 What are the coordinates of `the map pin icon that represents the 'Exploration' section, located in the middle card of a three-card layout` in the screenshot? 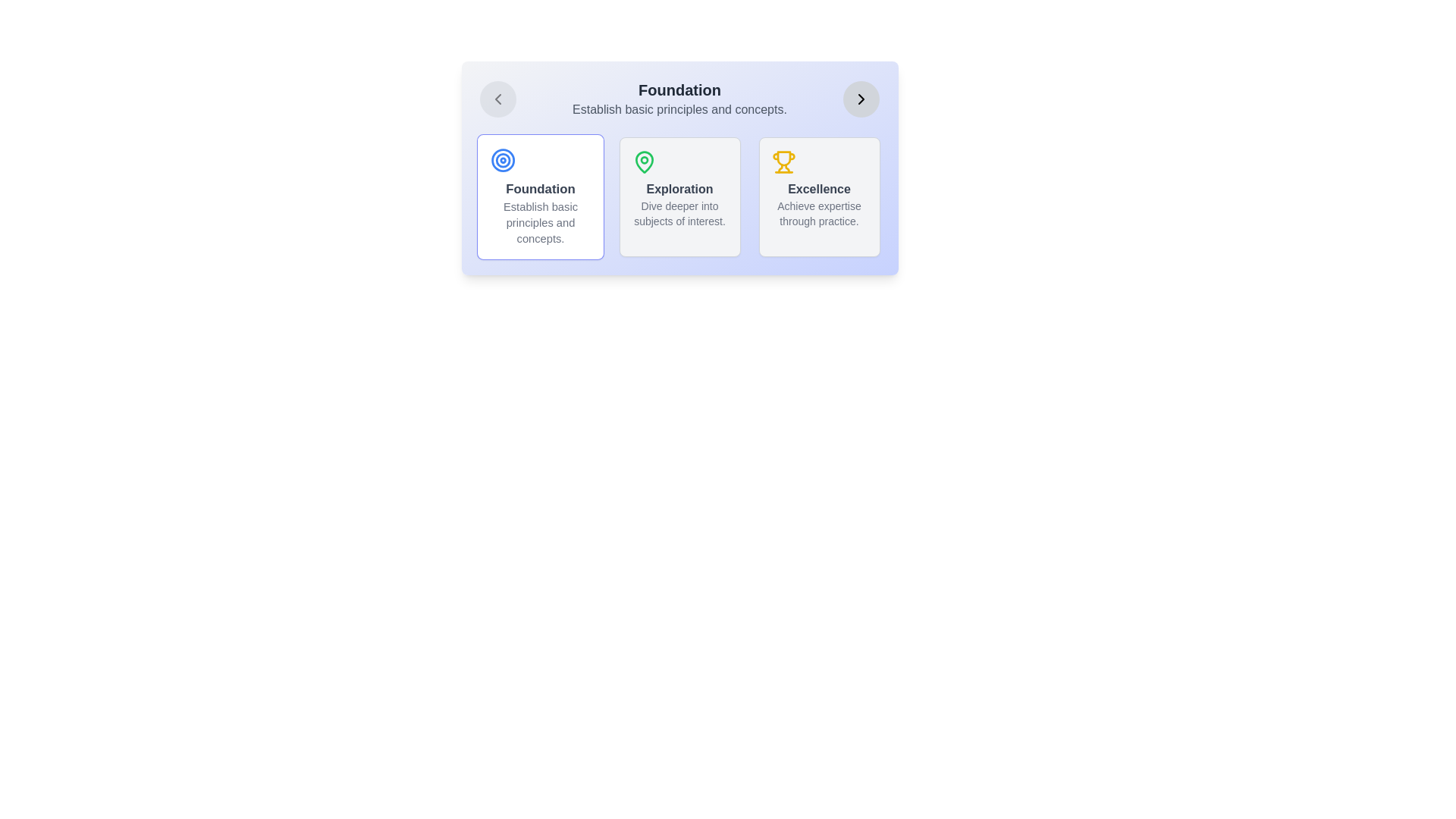 It's located at (644, 162).